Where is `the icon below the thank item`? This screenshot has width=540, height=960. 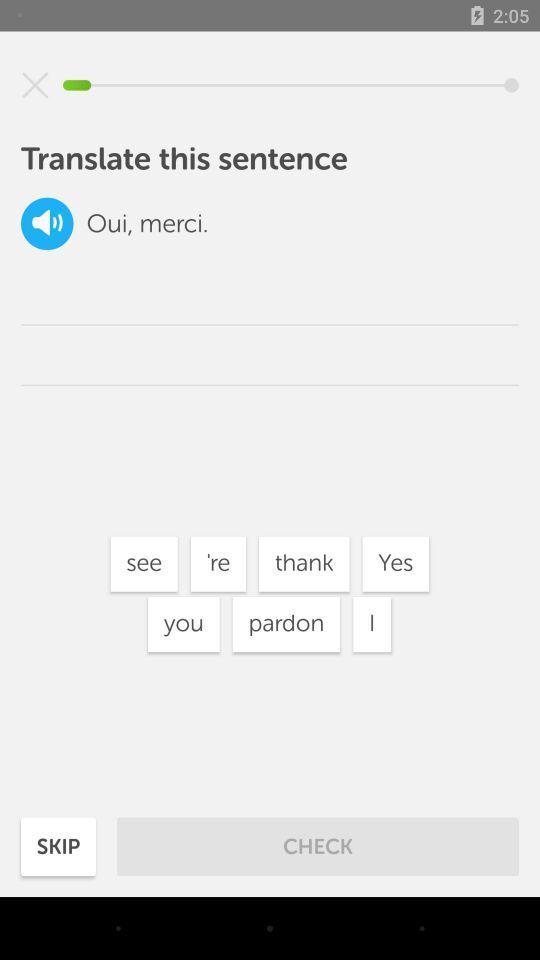
the icon below the thank item is located at coordinates (372, 623).